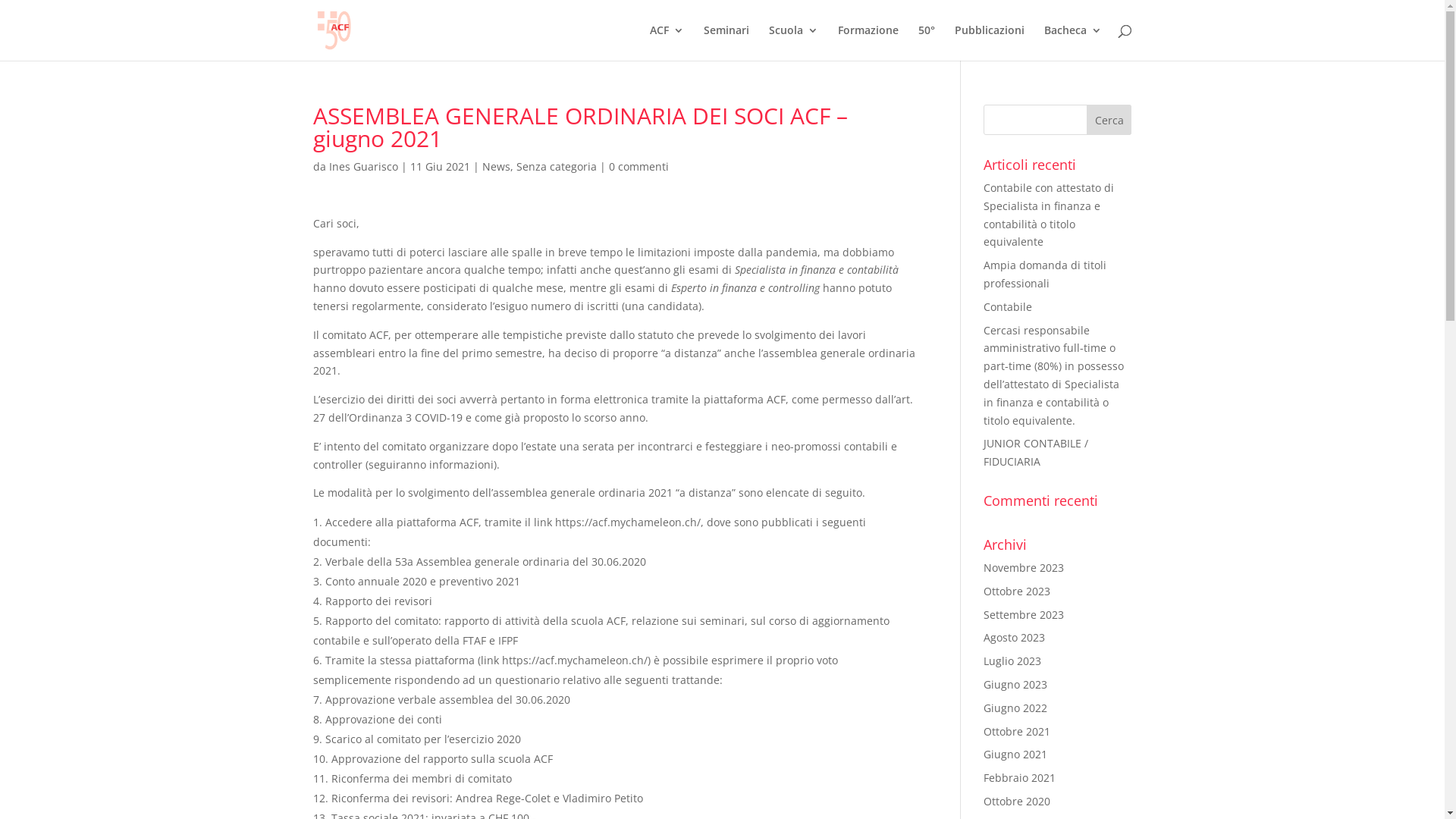 The image size is (1456, 819). Describe the element at coordinates (1019, 777) in the screenshot. I see `'Febbraio 2021'` at that location.